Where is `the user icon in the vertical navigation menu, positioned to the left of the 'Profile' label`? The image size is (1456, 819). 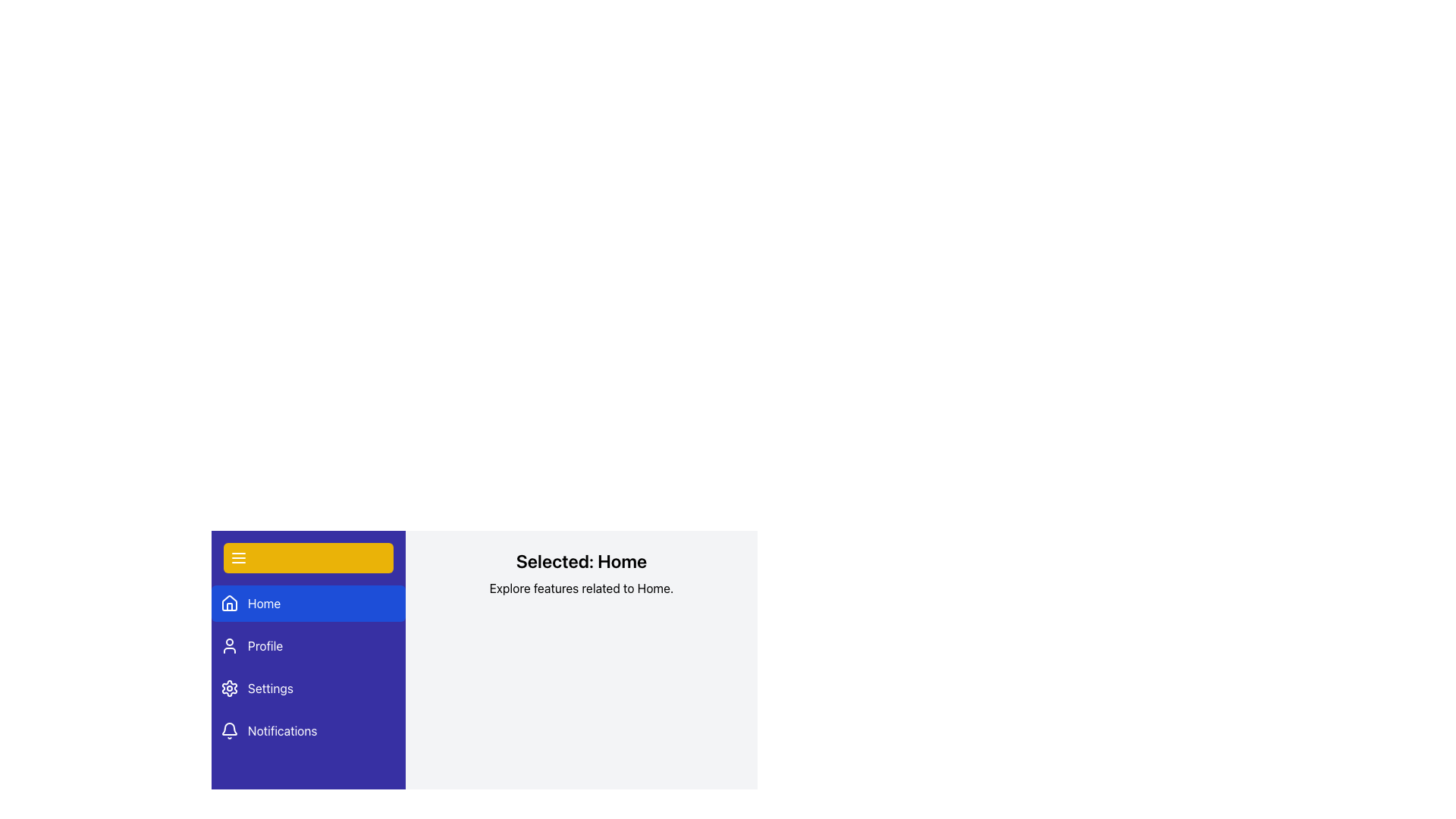 the user icon in the vertical navigation menu, positioned to the left of the 'Profile' label is located at coordinates (228, 646).